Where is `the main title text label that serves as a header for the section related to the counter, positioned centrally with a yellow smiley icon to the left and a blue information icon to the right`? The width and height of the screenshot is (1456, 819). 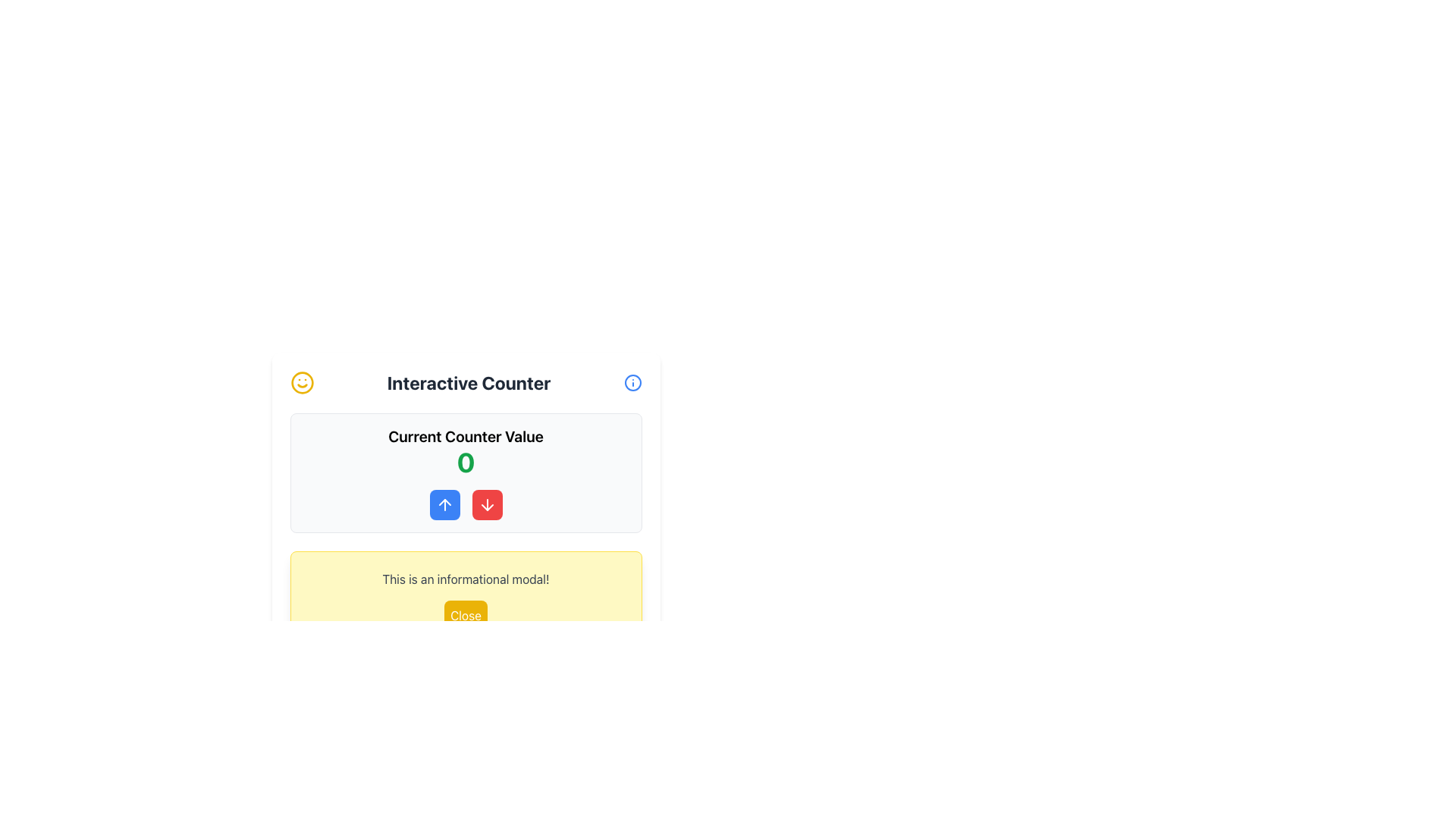
the main title text label that serves as a header for the section related to the counter, positioned centrally with a yellow smiley icon to the left and a blue information icon to the right is located at coordinates (468, 382).